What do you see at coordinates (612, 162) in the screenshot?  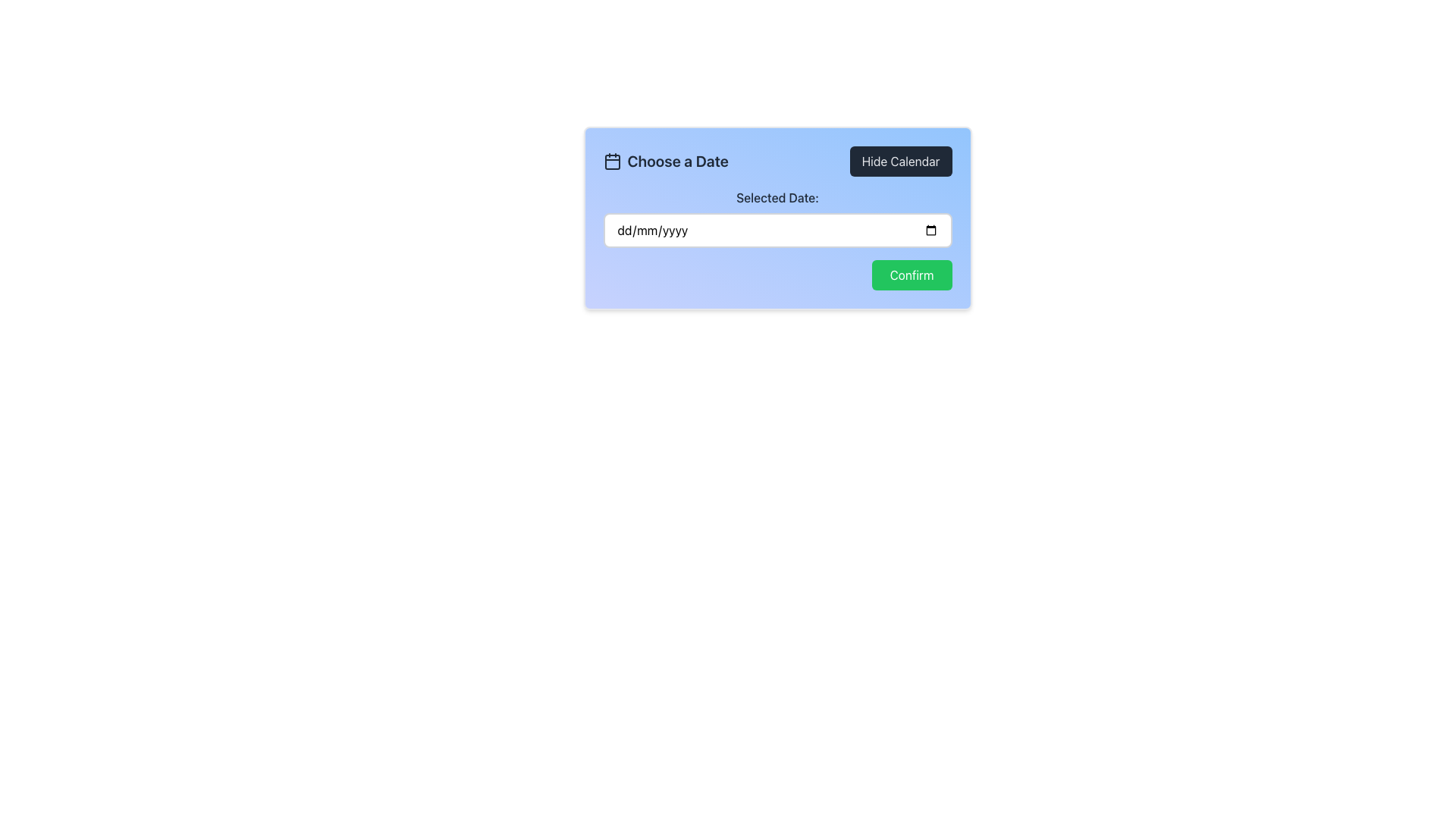 I see `the graphical element resembling an SVG rectangle that represents the inner box within the calendar icon` at bounding box center [612, 162].